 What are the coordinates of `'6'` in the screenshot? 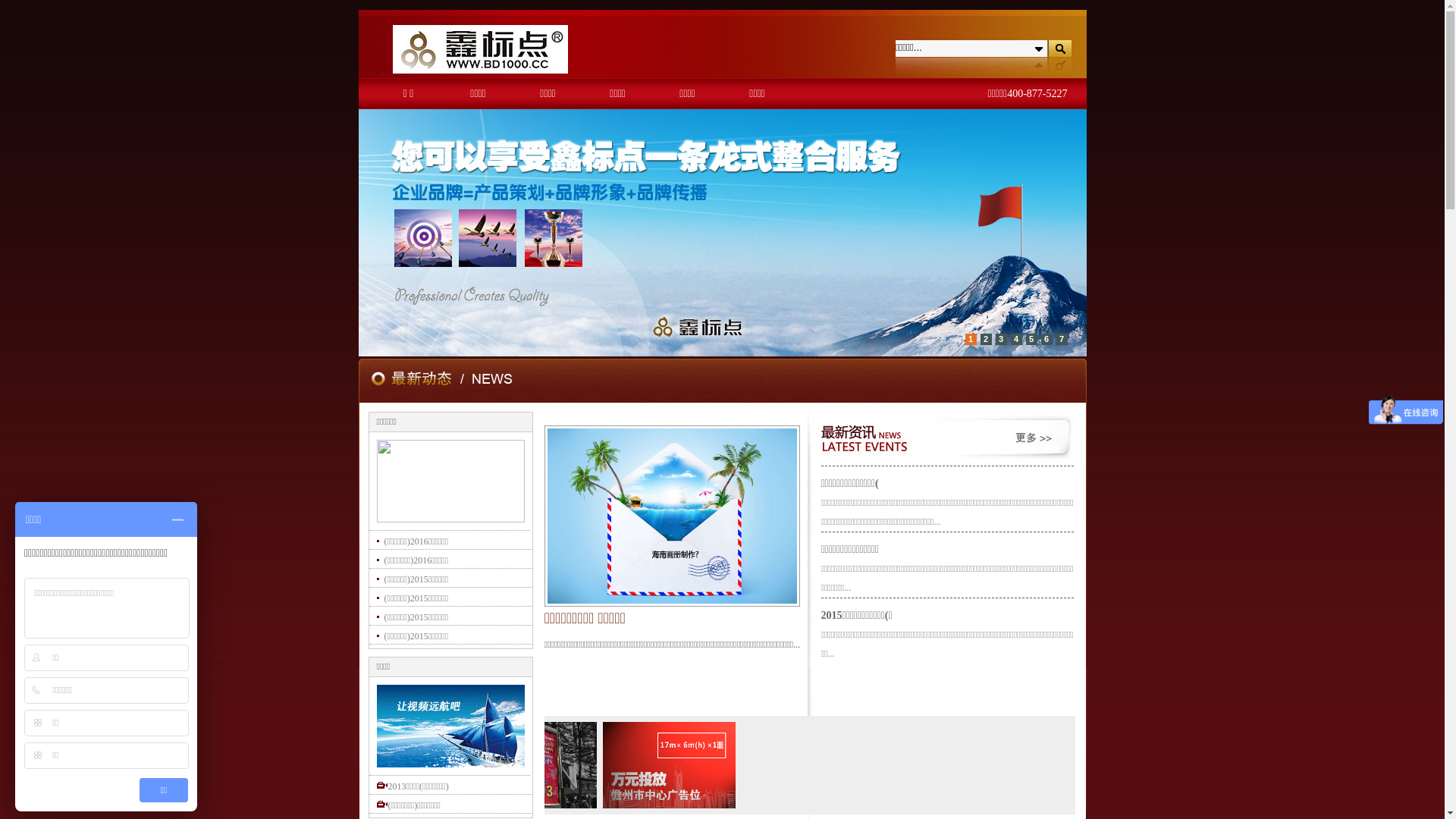 It's located at (1040, 338).